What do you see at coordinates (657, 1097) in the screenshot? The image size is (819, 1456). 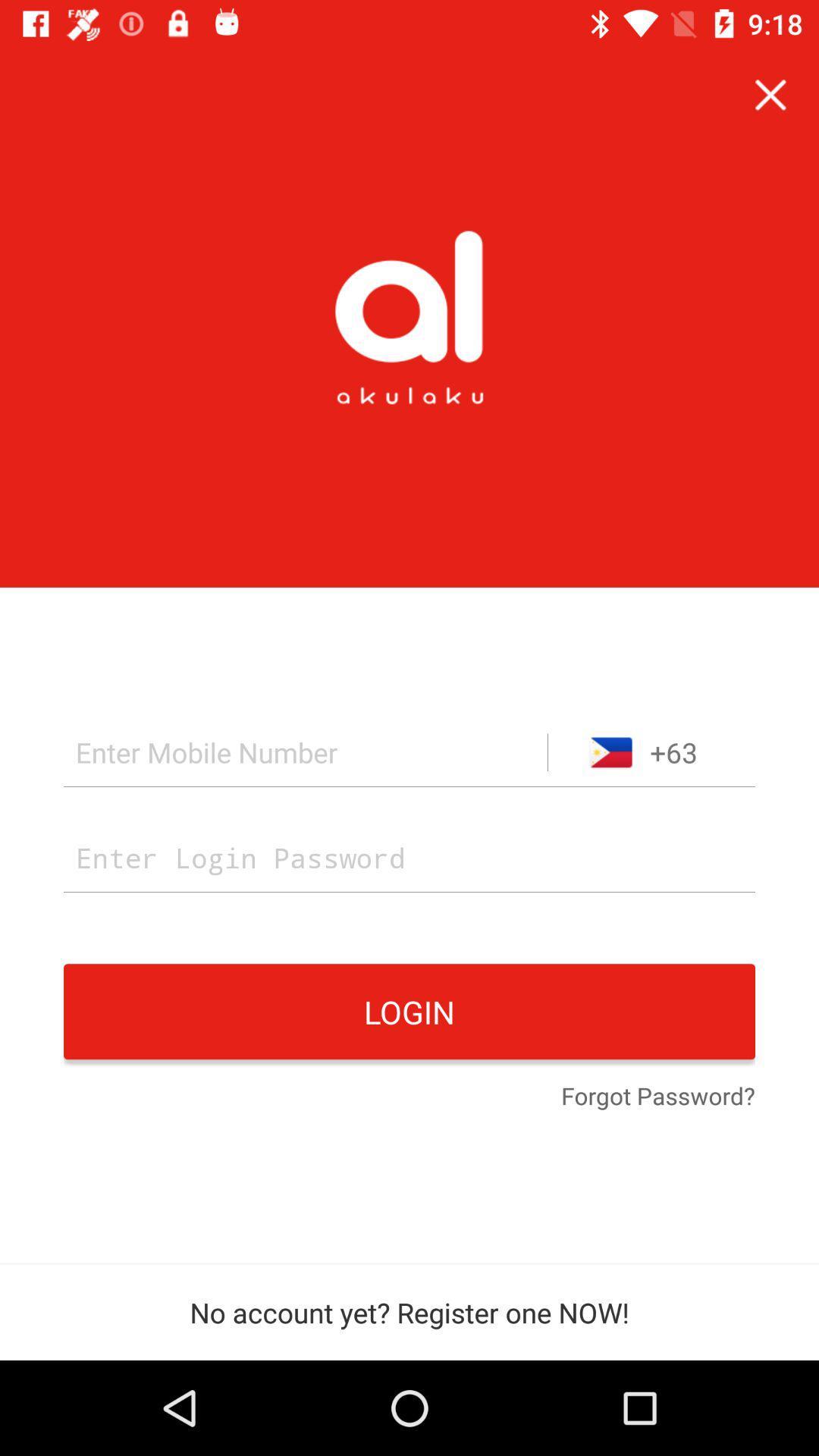 I see `the forgot password? item` at bounding box center [657, 1097].